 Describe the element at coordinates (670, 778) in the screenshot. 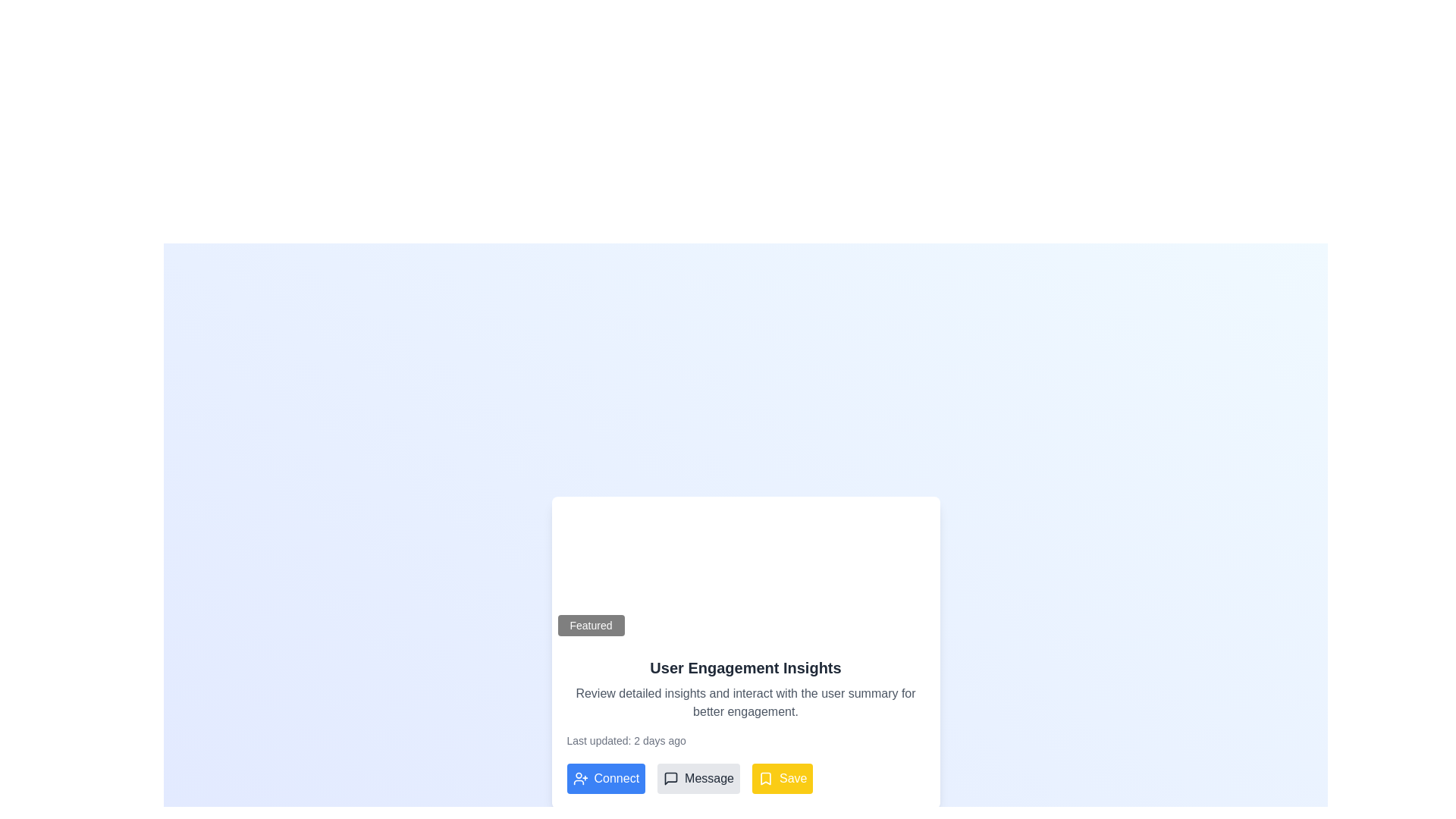

I see `the messaging icon located centrally in the user interface, just below the 'Message' button, adjacent to the 'Connect' and 'Save' buttons` at that location.